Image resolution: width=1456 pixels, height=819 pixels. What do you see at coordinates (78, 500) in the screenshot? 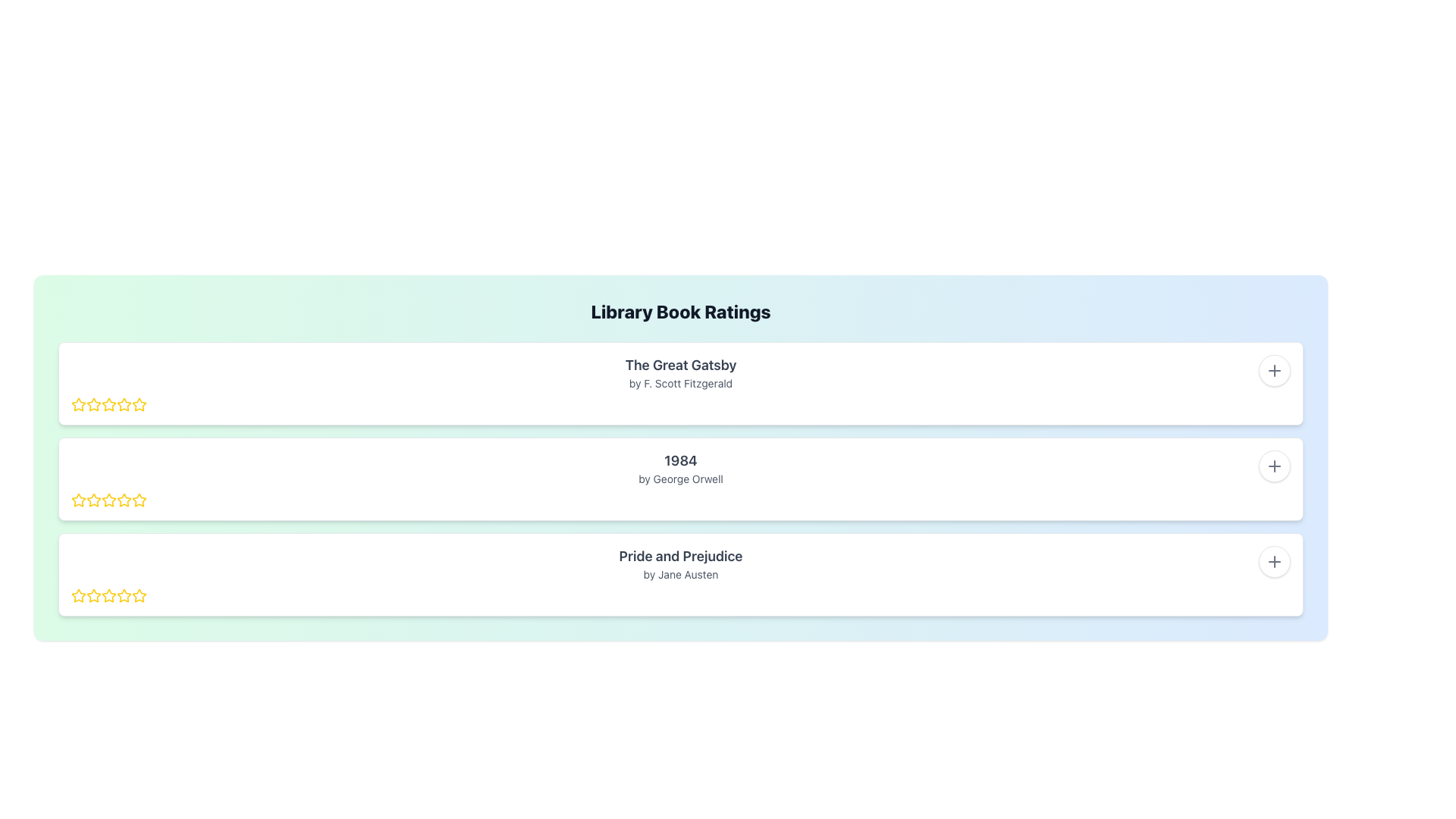
I see `the first yellow star icon for rating associated with the book '1984' by George Orwell located in the second row of the list` at bounding box center [78, 500].